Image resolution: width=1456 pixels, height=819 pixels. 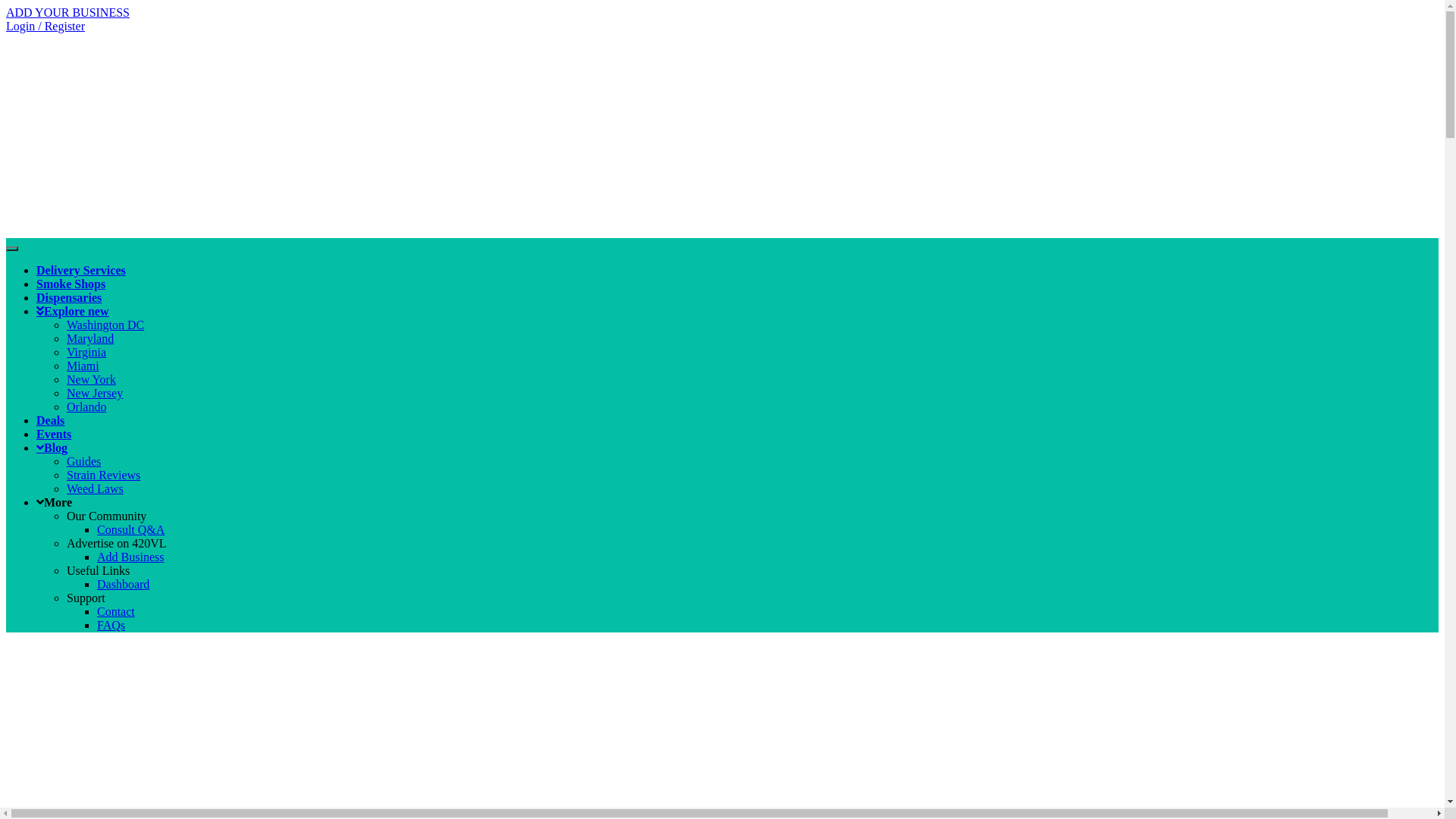 I want to click on 'Contact', so click(x=115, y=610).